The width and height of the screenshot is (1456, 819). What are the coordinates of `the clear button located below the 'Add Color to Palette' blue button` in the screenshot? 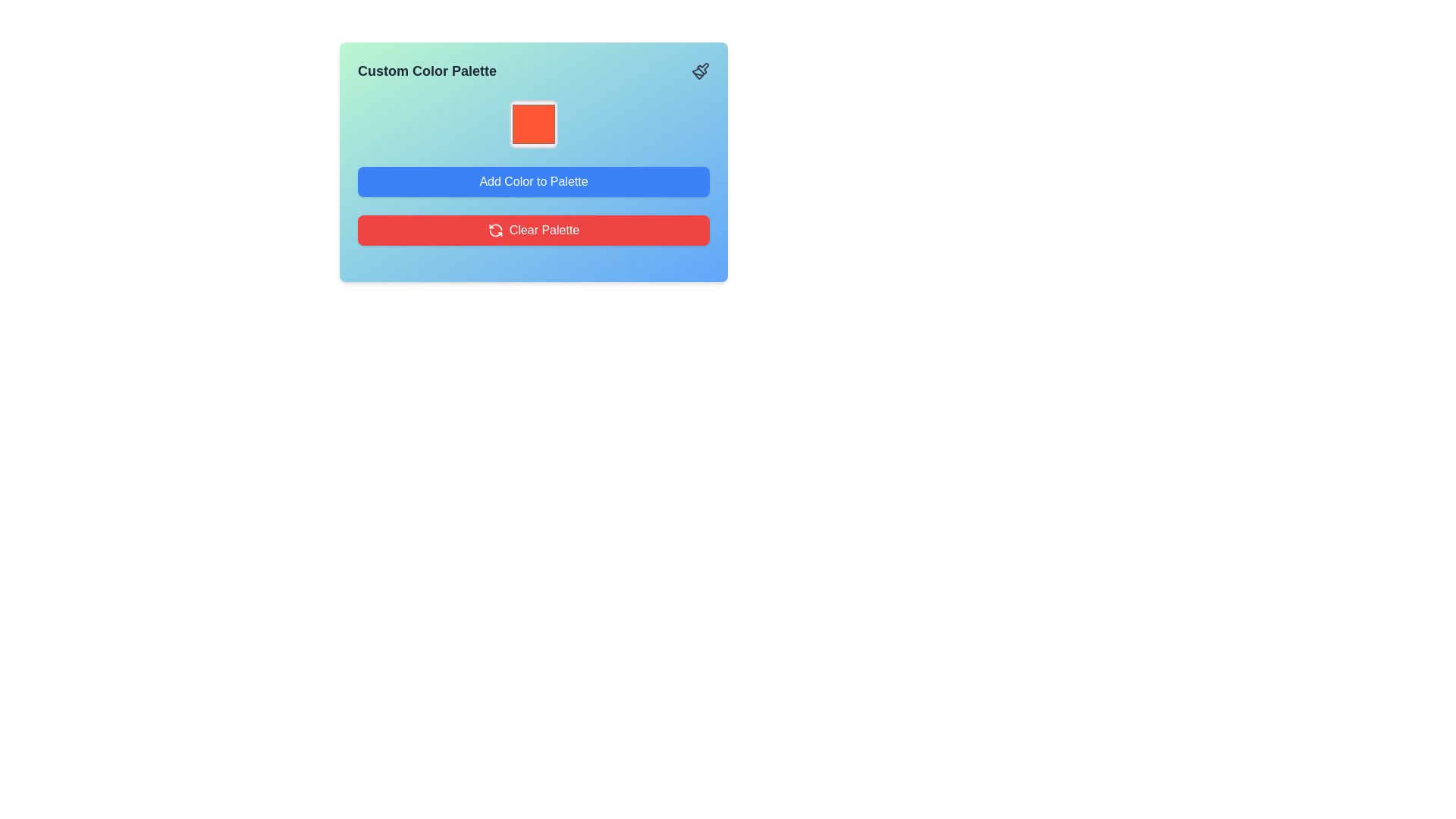 It's located at (544, 231).